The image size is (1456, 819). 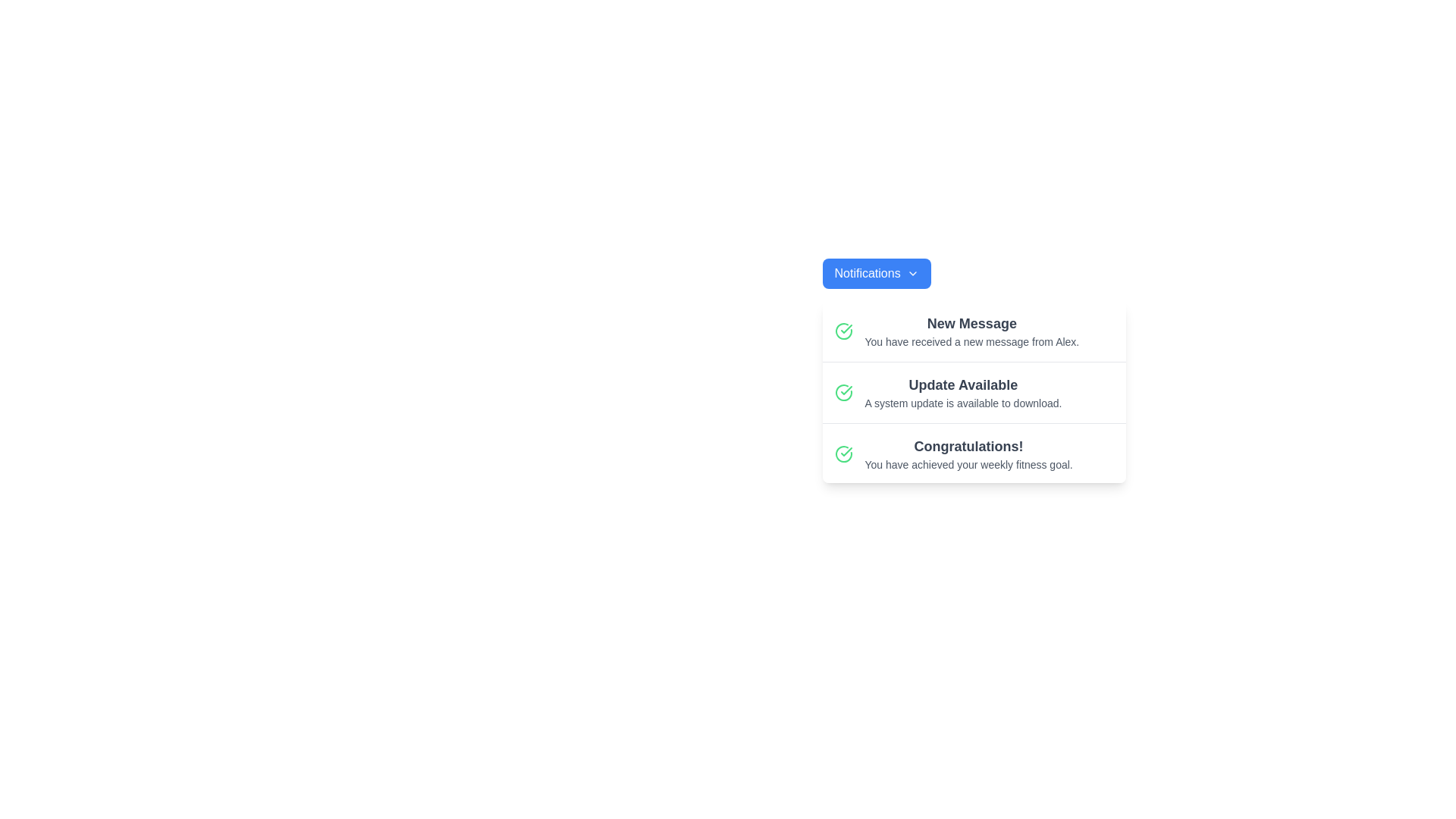 What do you see at coordinates (974, 453) in the screenshot?
I see `third notification in the vertically stacked notification list, which informs the user of achieving their weekly fitness goal` at bounding box center [974, 453].